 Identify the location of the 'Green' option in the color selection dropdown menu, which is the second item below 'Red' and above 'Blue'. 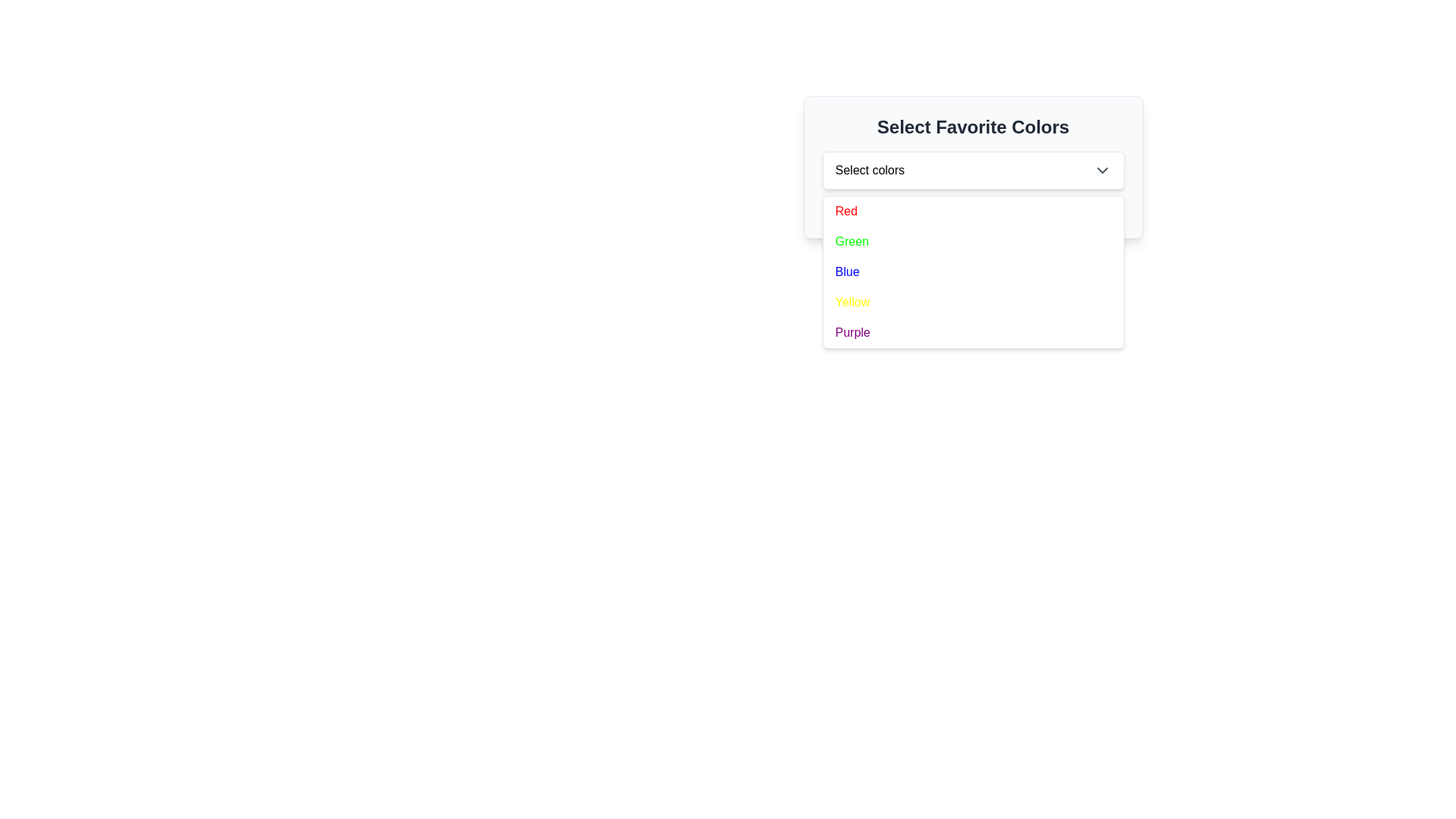
(852, 241).